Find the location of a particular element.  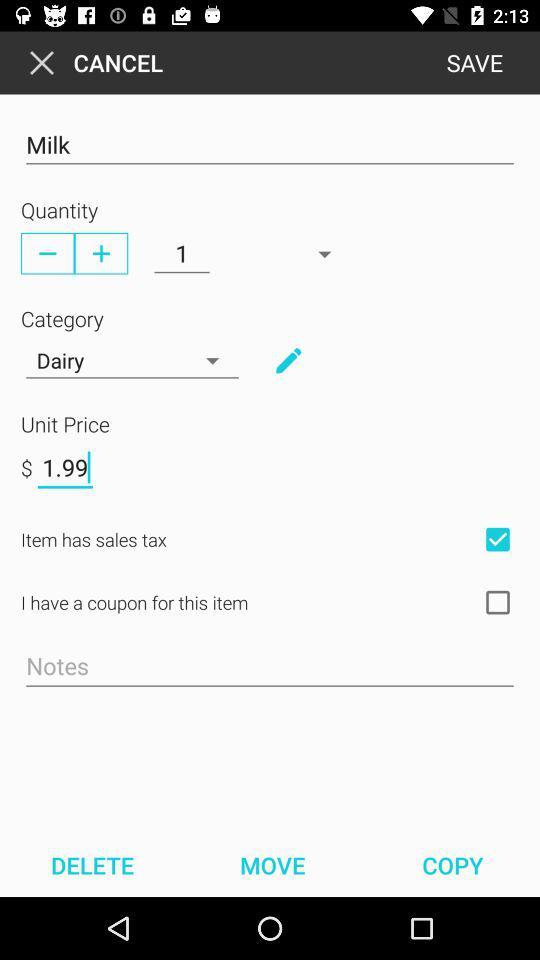

quantity is located at coordinates (100, 252).